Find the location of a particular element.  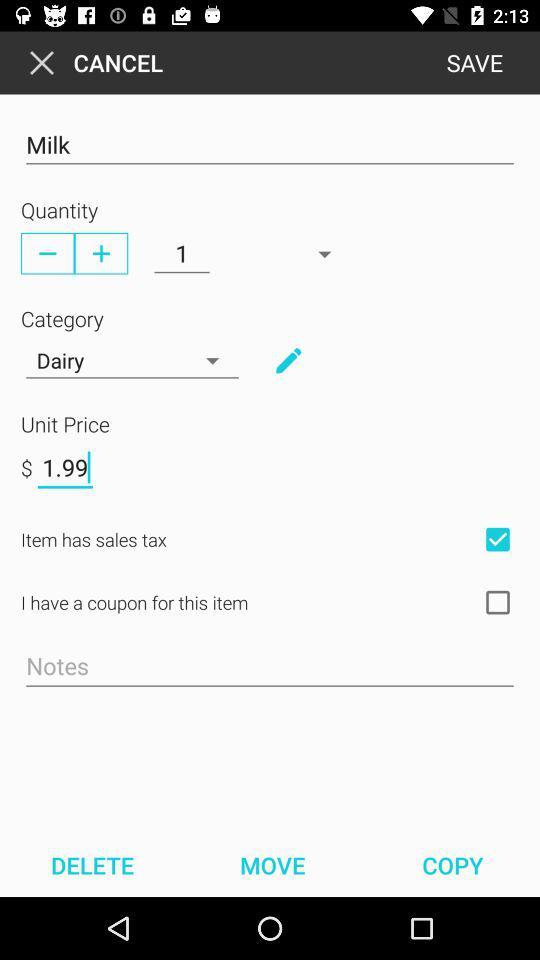

quantity is located at coordinates (100, 252).